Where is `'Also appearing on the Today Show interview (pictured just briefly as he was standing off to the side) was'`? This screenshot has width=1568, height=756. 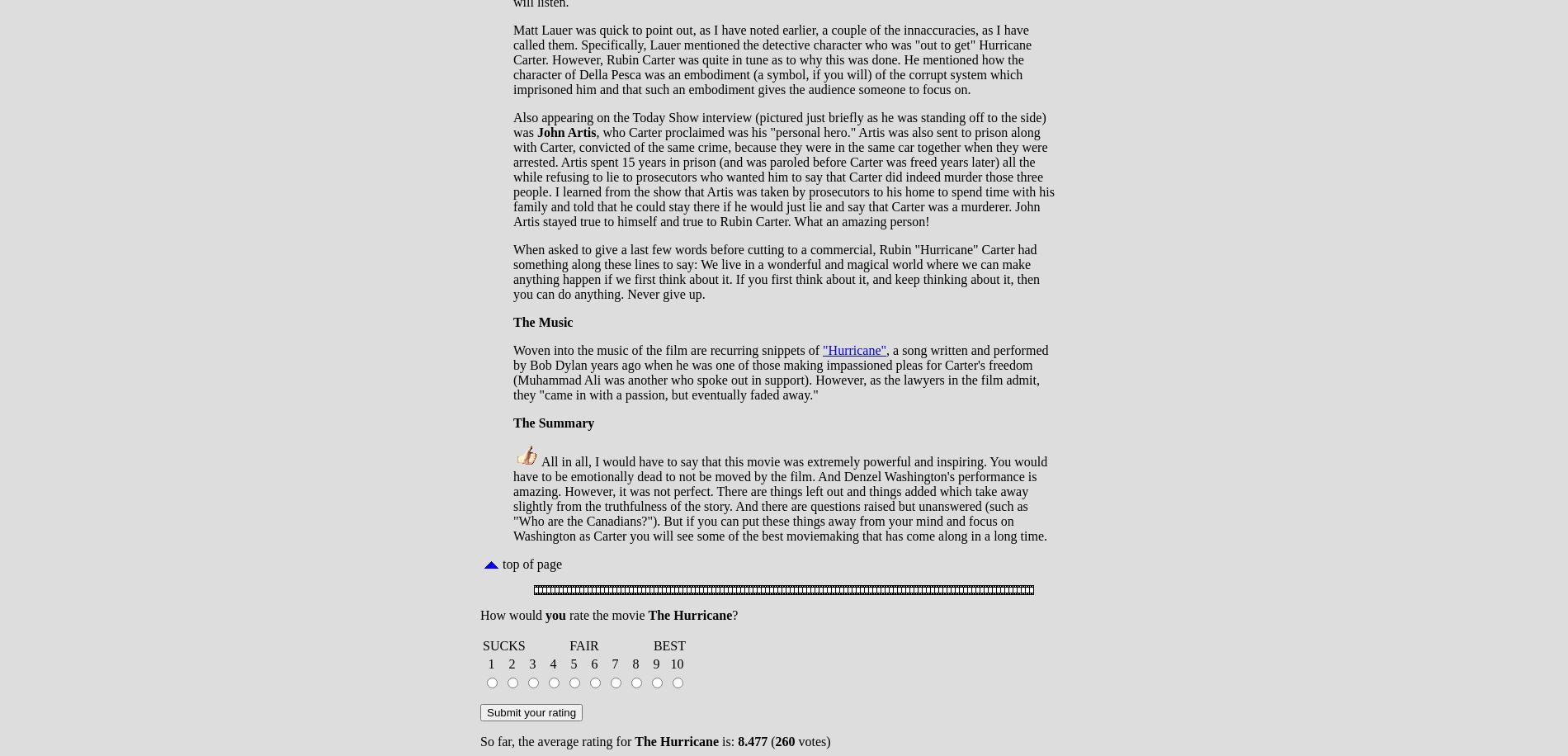 'Also appearing on the Today Show interview (pictured just briefly as he was standing off to the side) was' is located at coordinates (778, 125).